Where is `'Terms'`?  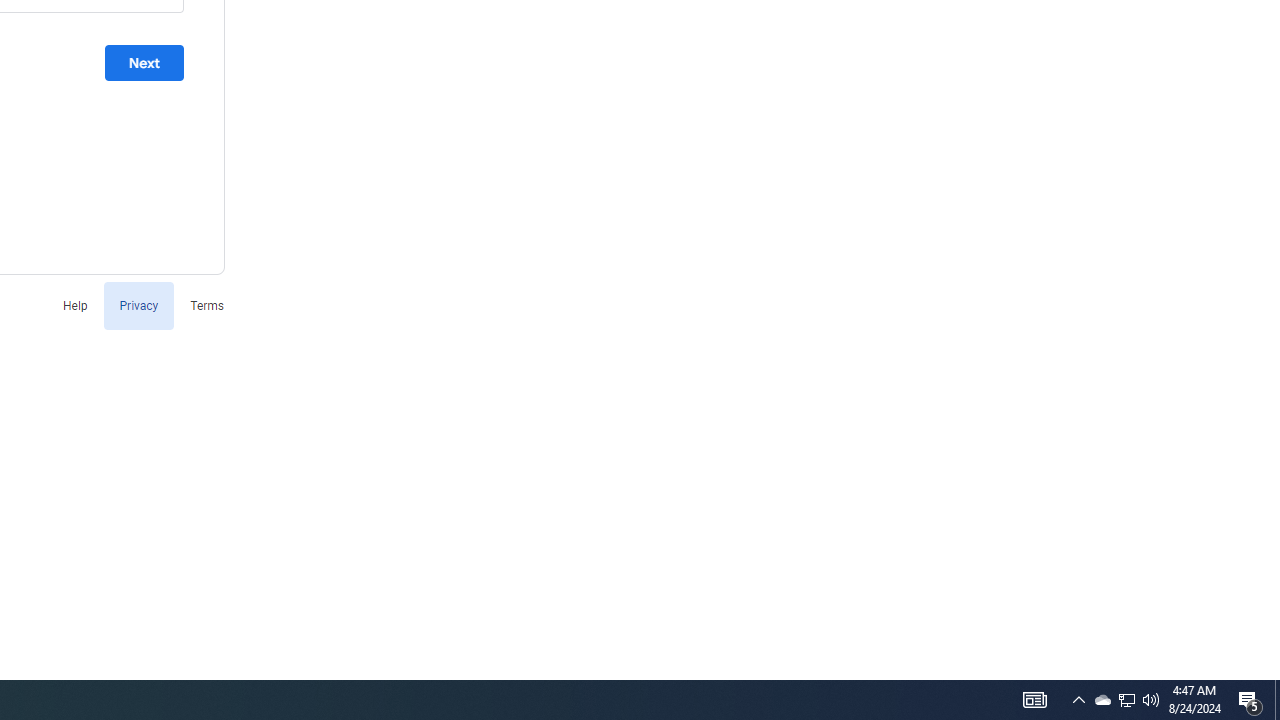 'Terms' is located at coordinates (207, 305).